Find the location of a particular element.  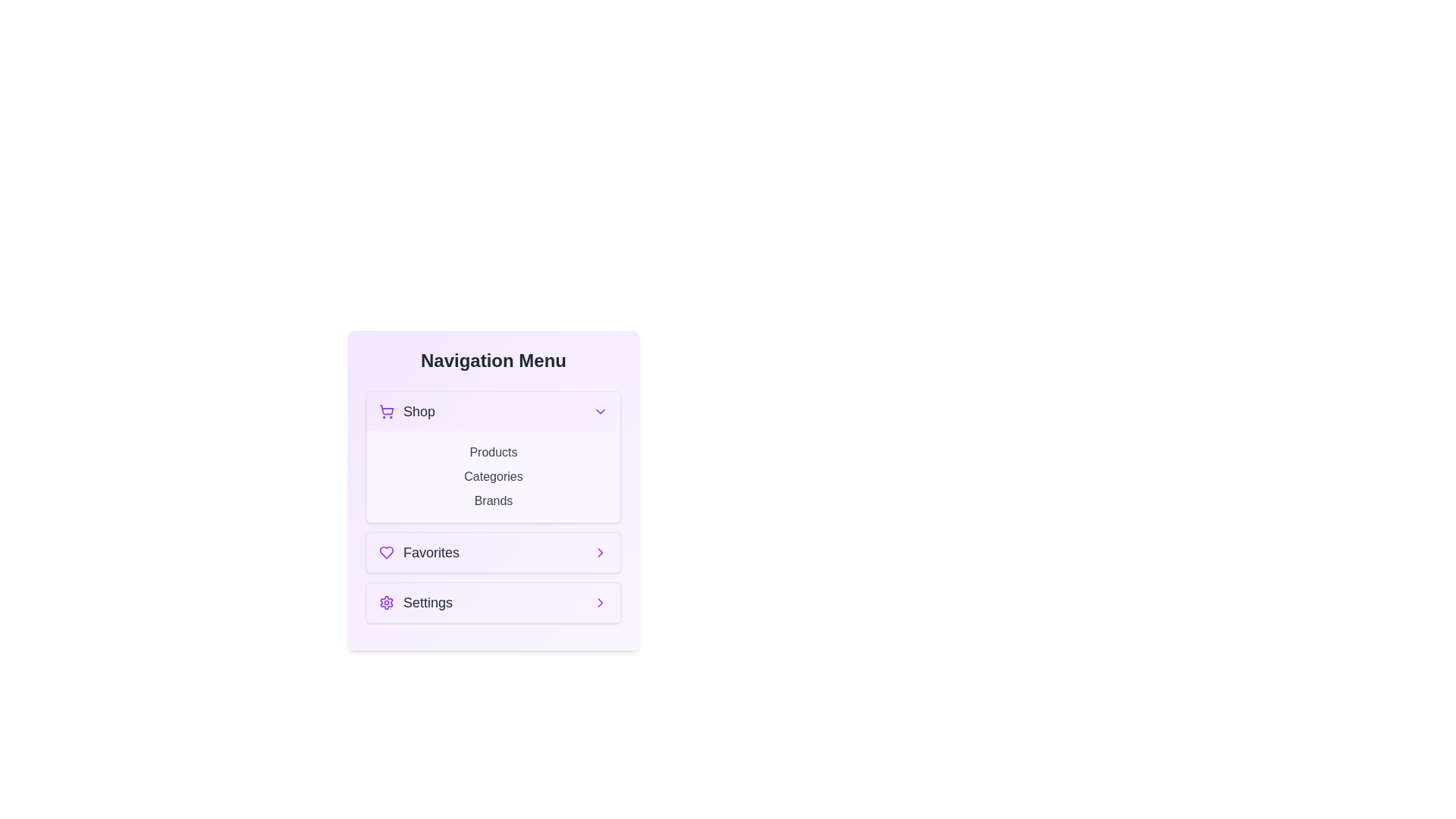

the settings icon located in the bottom-most row of the navigation menu is located at coordinates (386, 601).